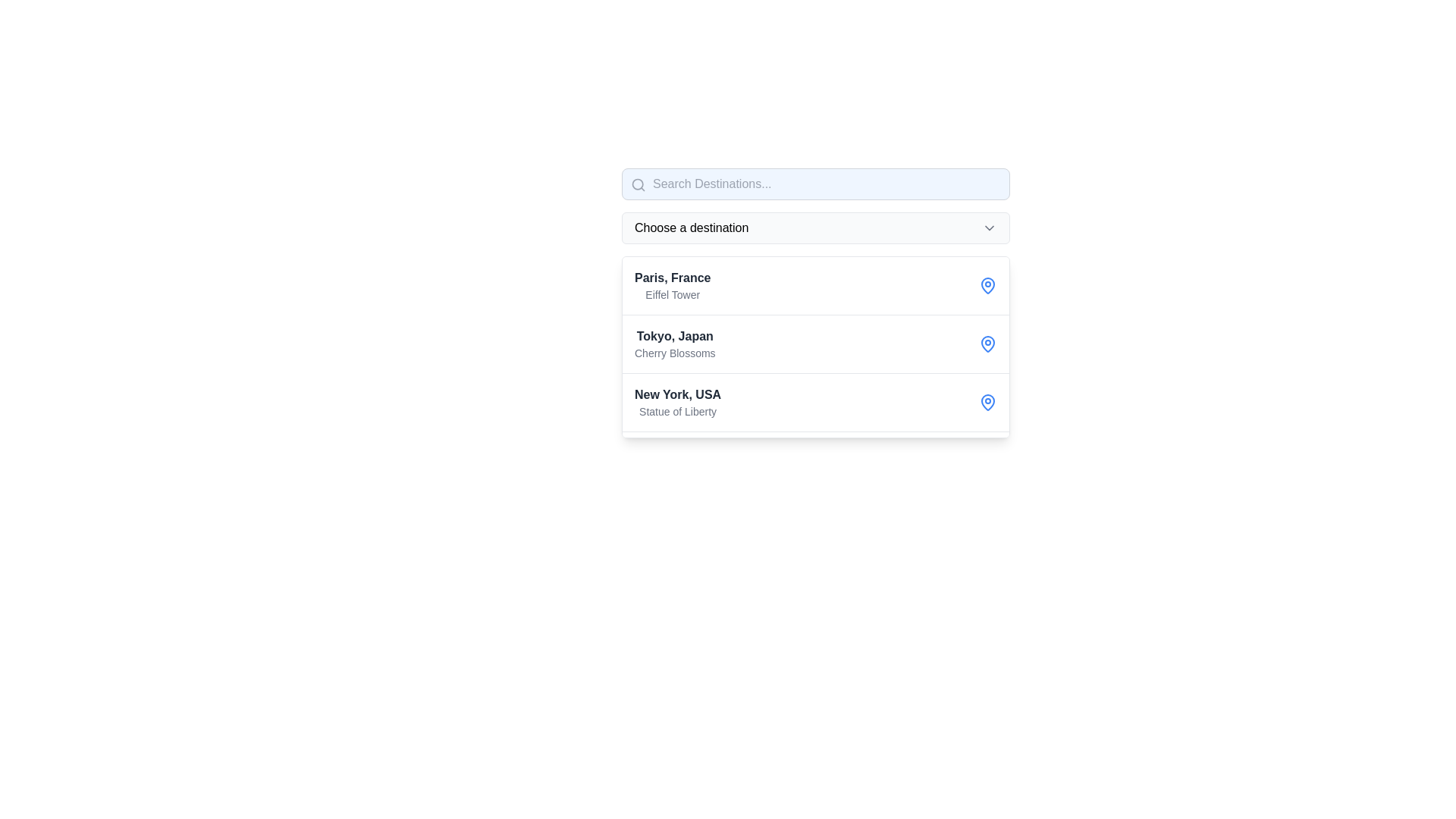  What do you see at coordinates (674, 353) in the screenshot?
I see `the text label displaying 'Cherry Blossoms' that is styled in a smaller, light gray font, located below 'Tokyo, Japan.'` at bounding box center [674, 353].